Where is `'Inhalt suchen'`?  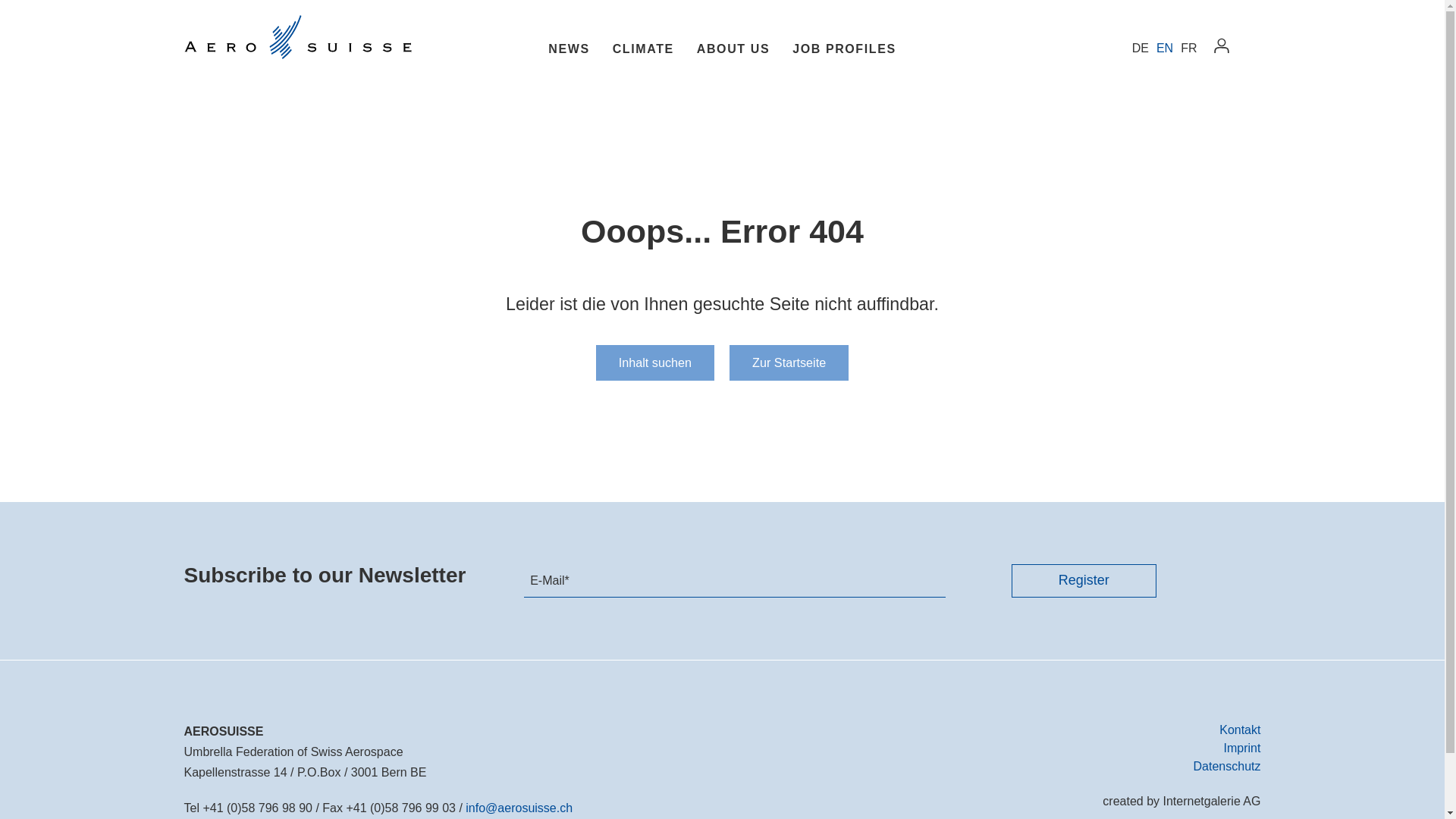 'Inhalt suchen' is located at coordinates (655, 362).